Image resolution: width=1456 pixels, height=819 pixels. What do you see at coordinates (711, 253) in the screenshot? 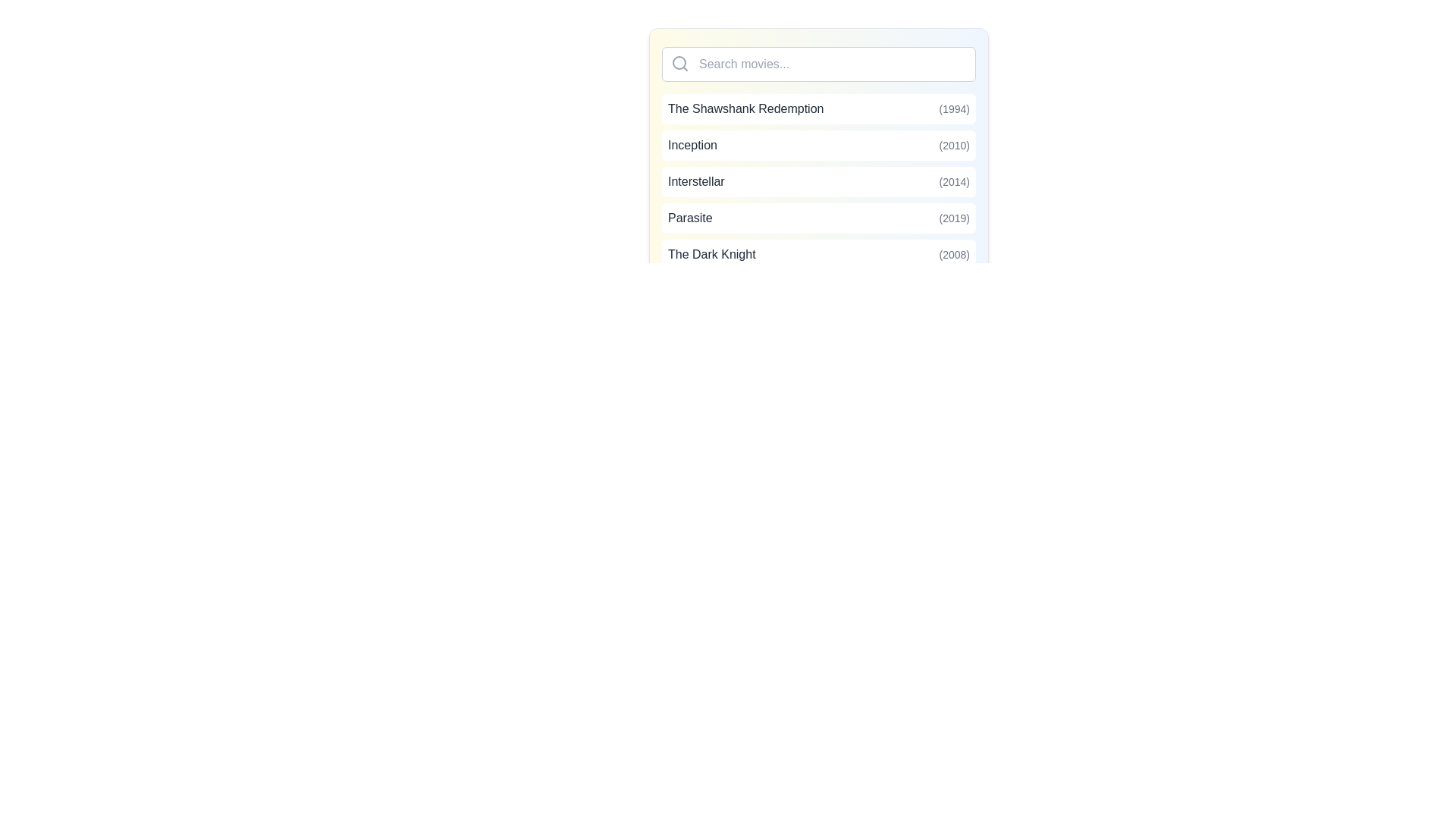
I see `text displayed in the title label for the movie 'The Dark Knight', which is located in the fifth item of a vertical list of movie titles` at bounding box center [711, 253].